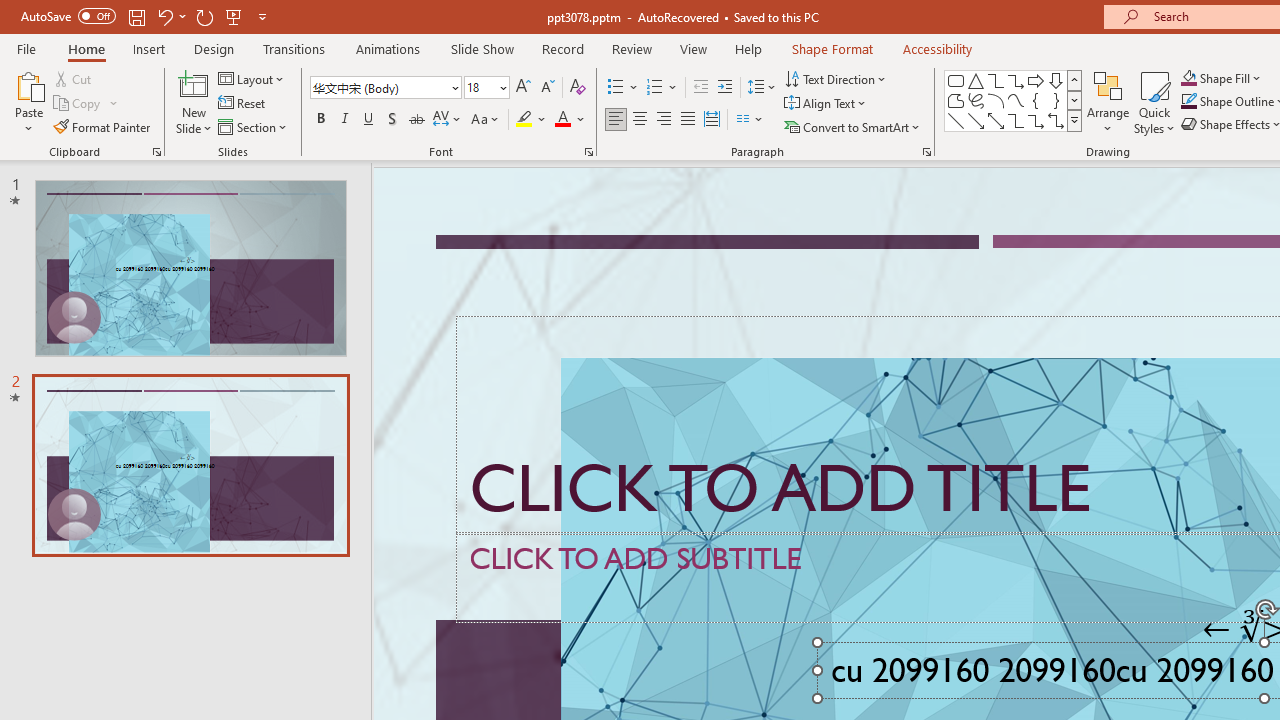  What do you see at coordinates (995, 120) in the screenshot?
I see `'Line Arrow: Double'` at bounding box center [995, 120].